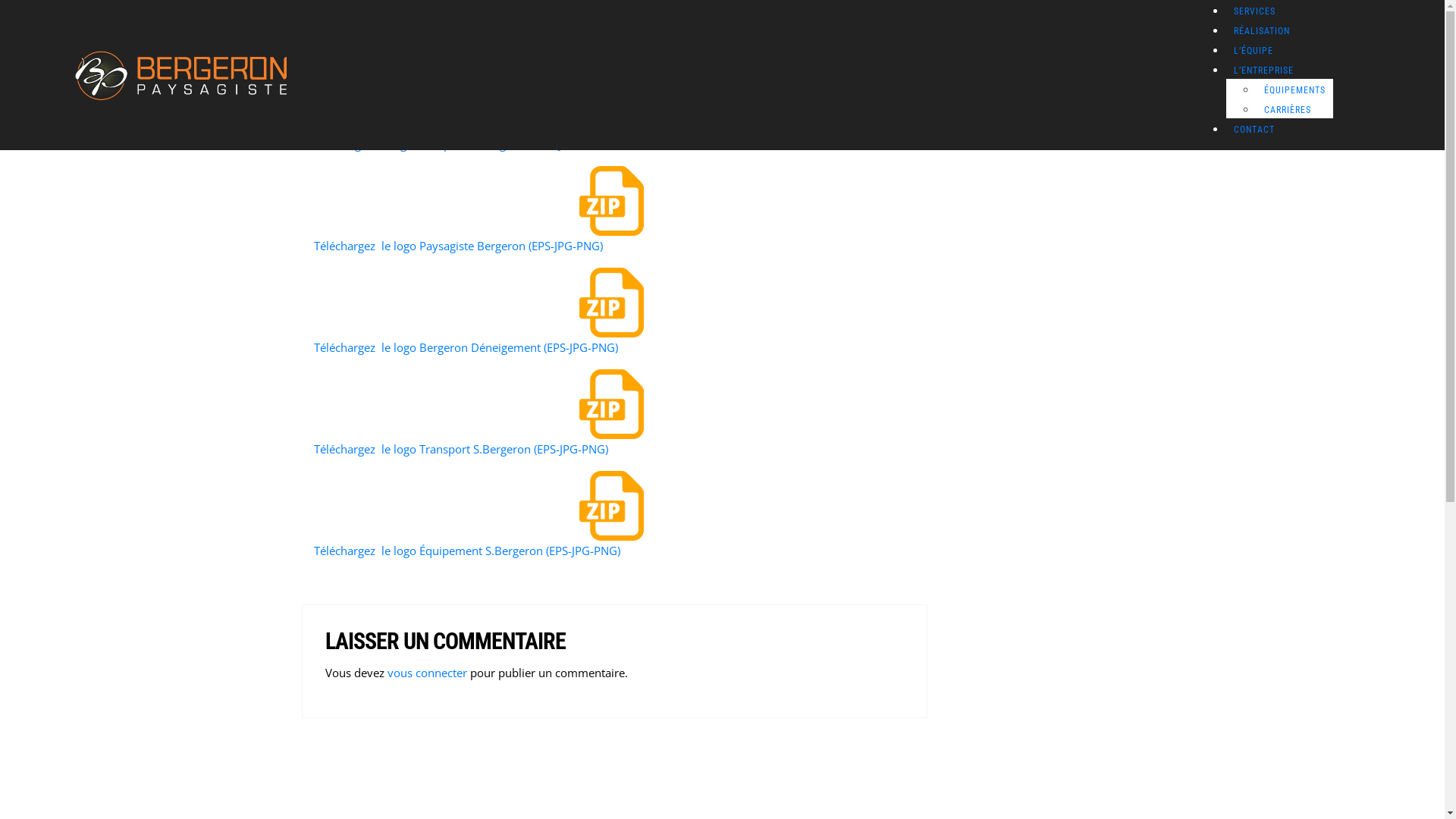 Image resolution: width=1456 pixels, height=819 pixels. Describe the element at coordinates (1254, 128) in the screenshot. I see `'CONTACT'` at that location.